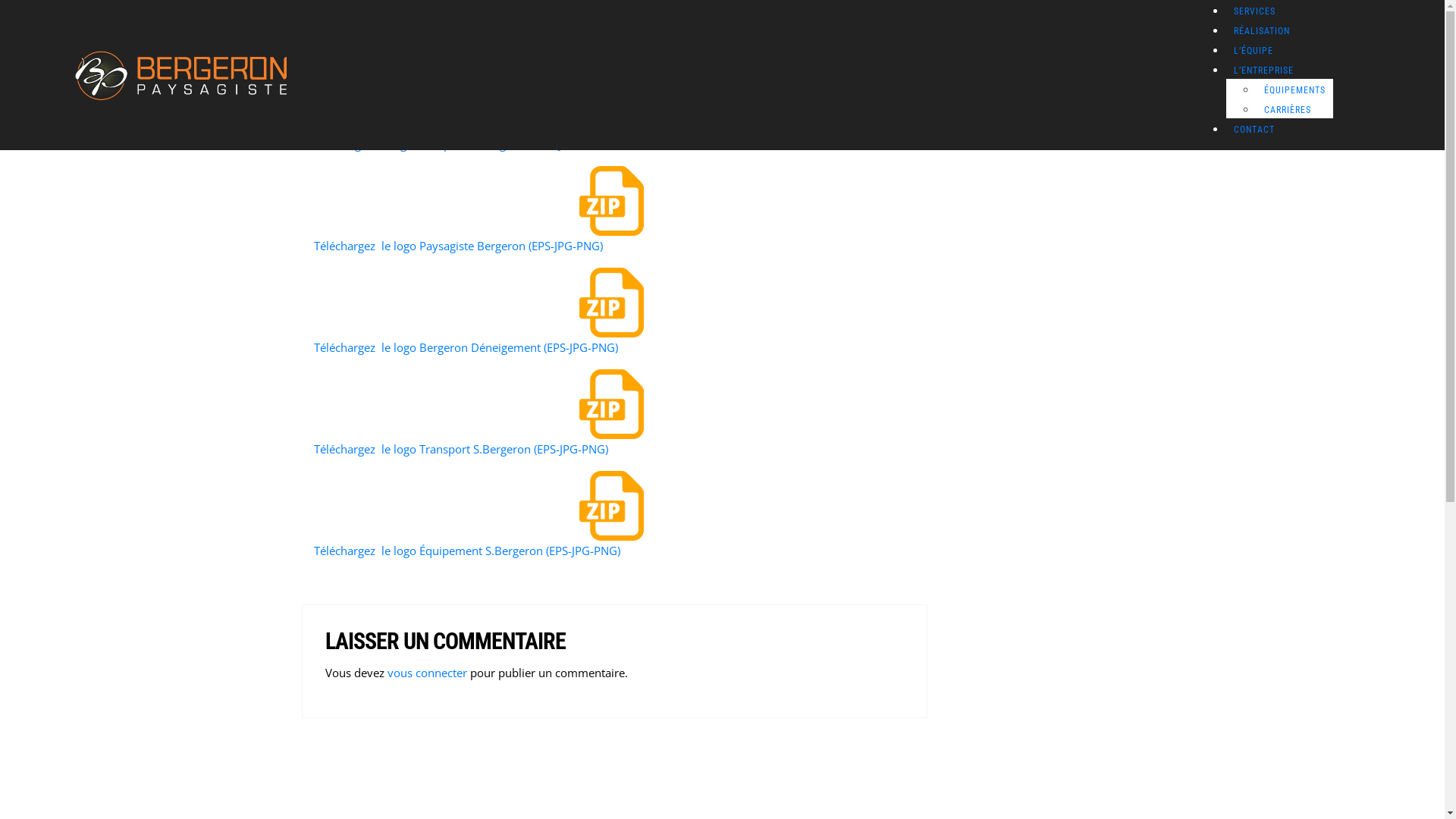 Image resolution: width=1456 pixels, height=819 pixels. Describe the element at coordinates (1254, 128) in the screenshot. I see `'CONTACT'` at that location.